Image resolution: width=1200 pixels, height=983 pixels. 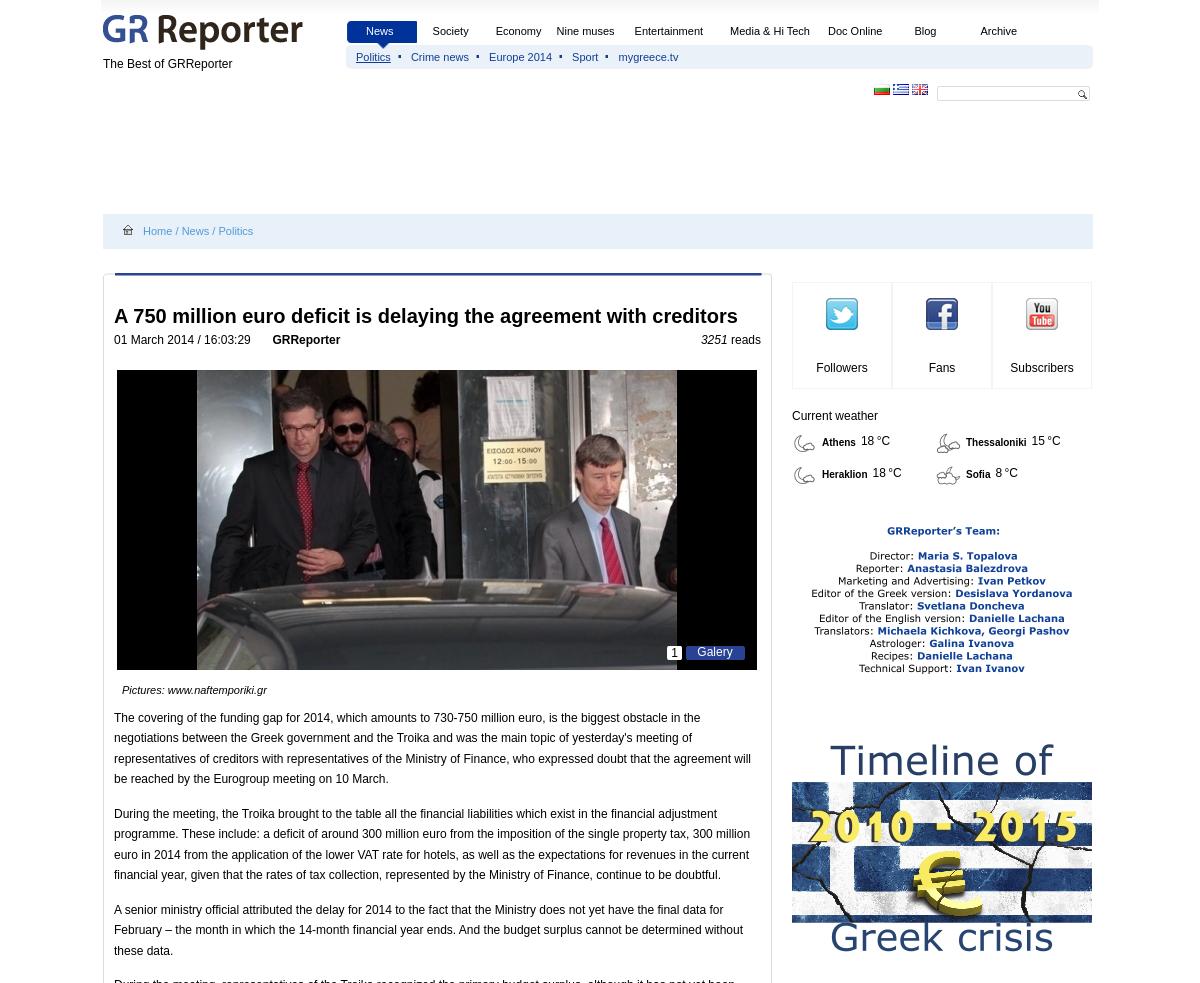 What do you see at coordinates (1032, 5) in the screenshot?
I see `'Thu'` at bounding box center [1032, 5].